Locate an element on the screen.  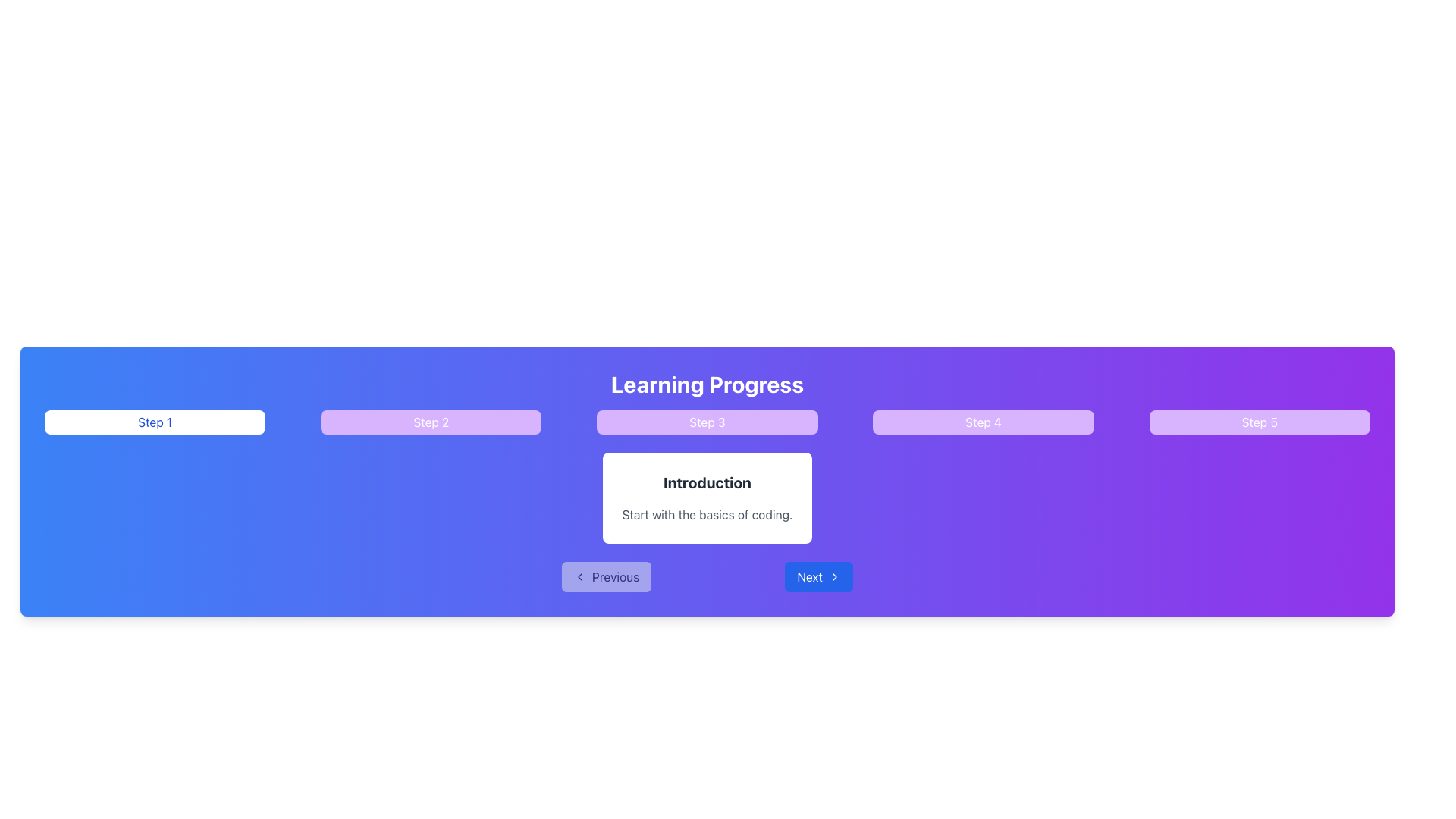
the chevron SVG icon on the 'Previous' button located in the lower-left area of the interface, which represents a backward navigation action is located at coordinates (579, 576).